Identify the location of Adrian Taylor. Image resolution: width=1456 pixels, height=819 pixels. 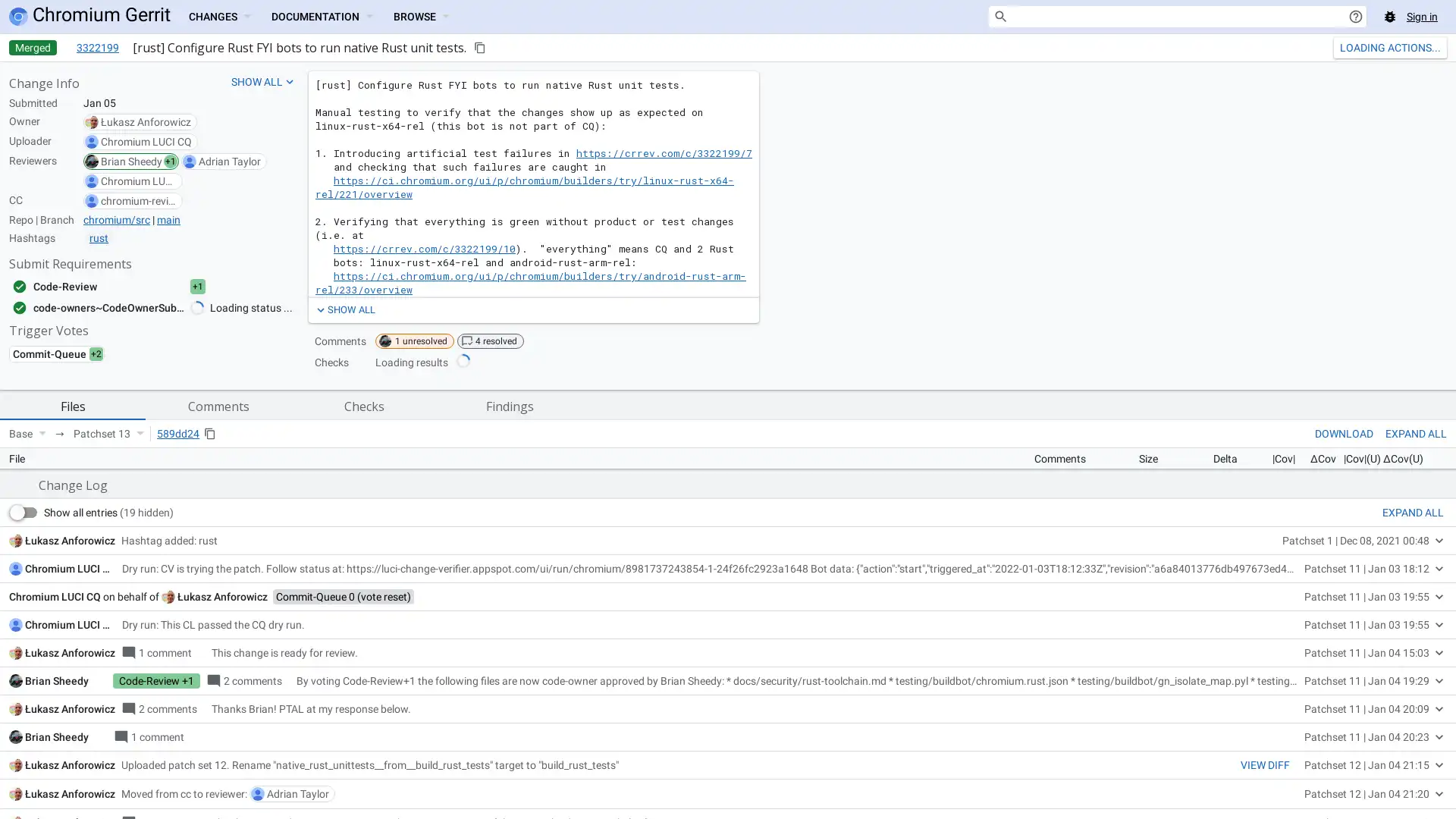
(228, 161).